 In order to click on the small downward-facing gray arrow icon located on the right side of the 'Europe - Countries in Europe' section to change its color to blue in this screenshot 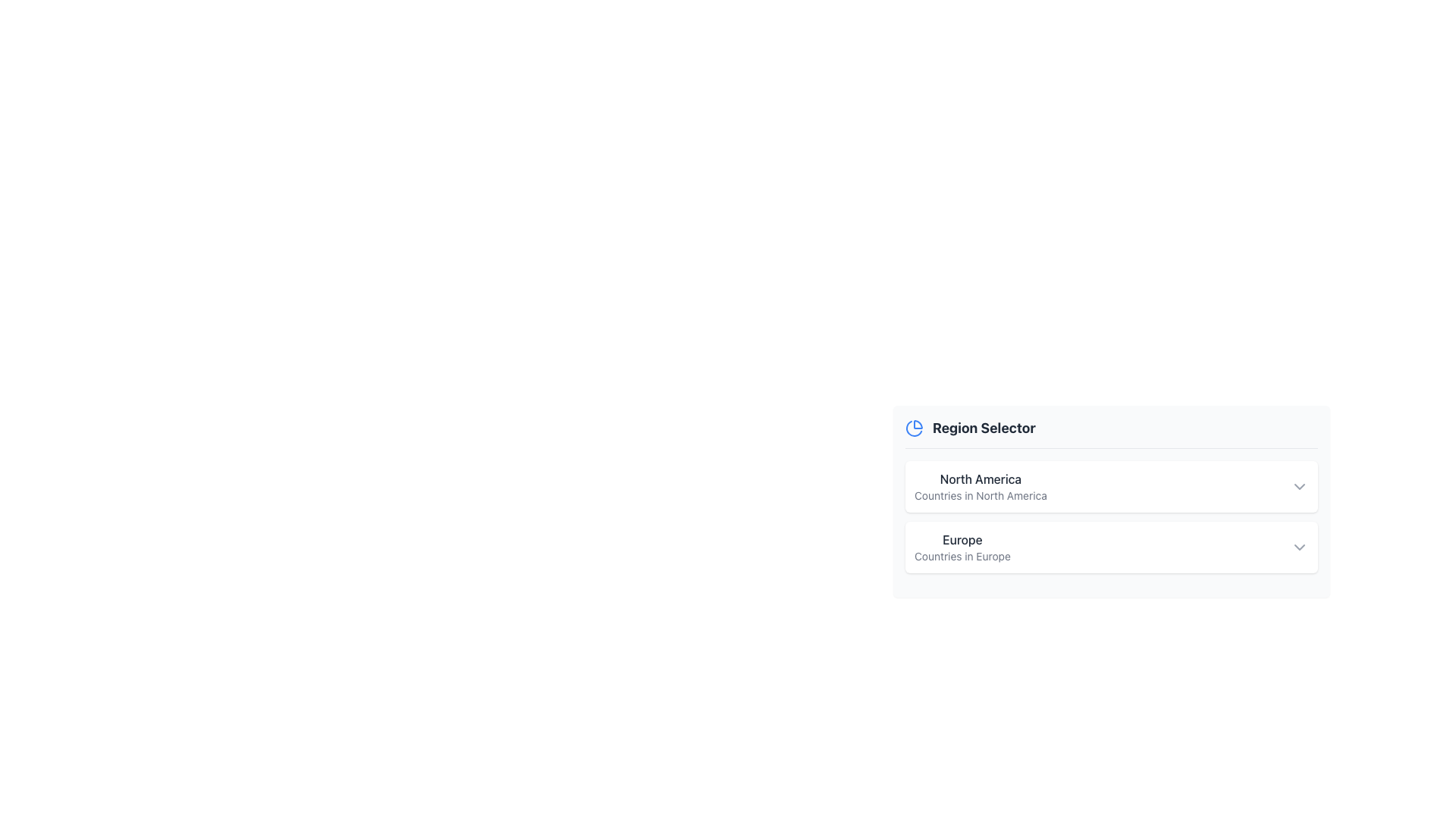, I will do `click(1298, 547)`.